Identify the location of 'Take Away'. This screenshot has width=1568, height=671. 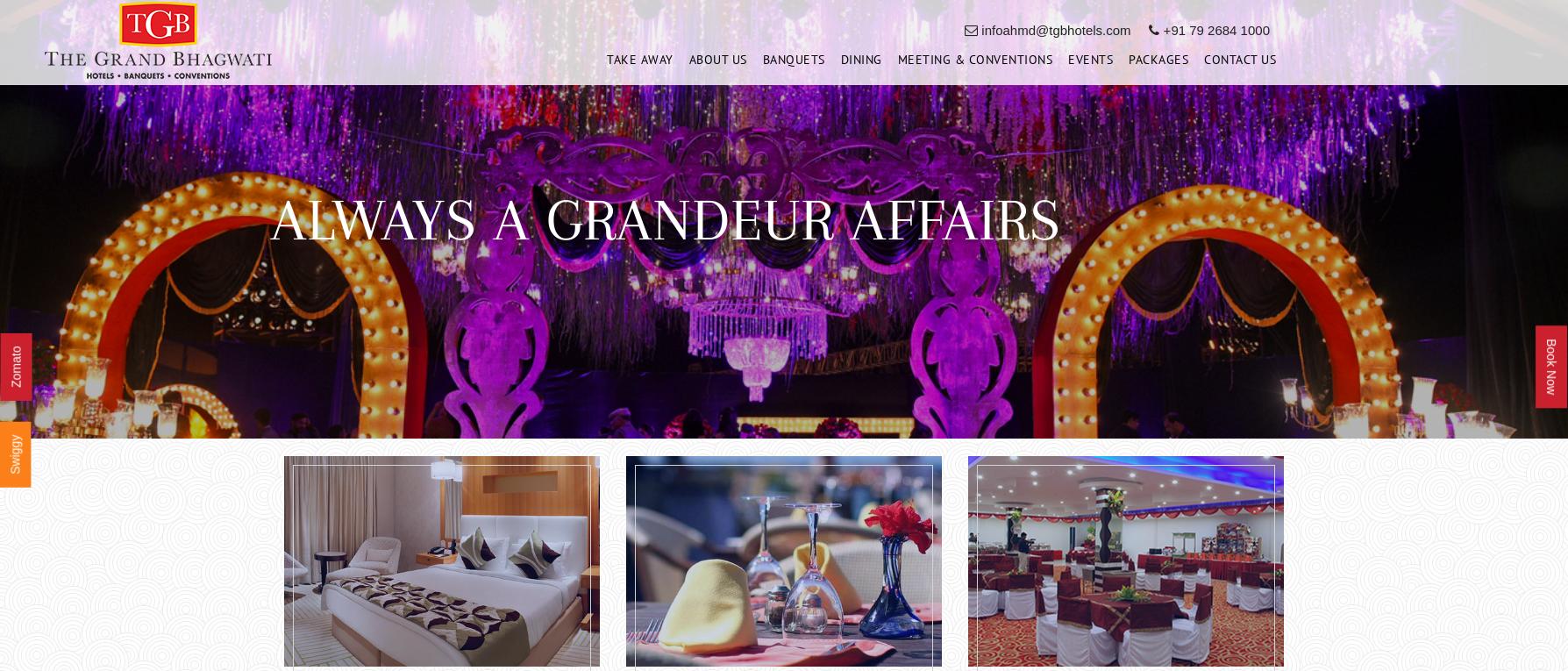
(638, 63).